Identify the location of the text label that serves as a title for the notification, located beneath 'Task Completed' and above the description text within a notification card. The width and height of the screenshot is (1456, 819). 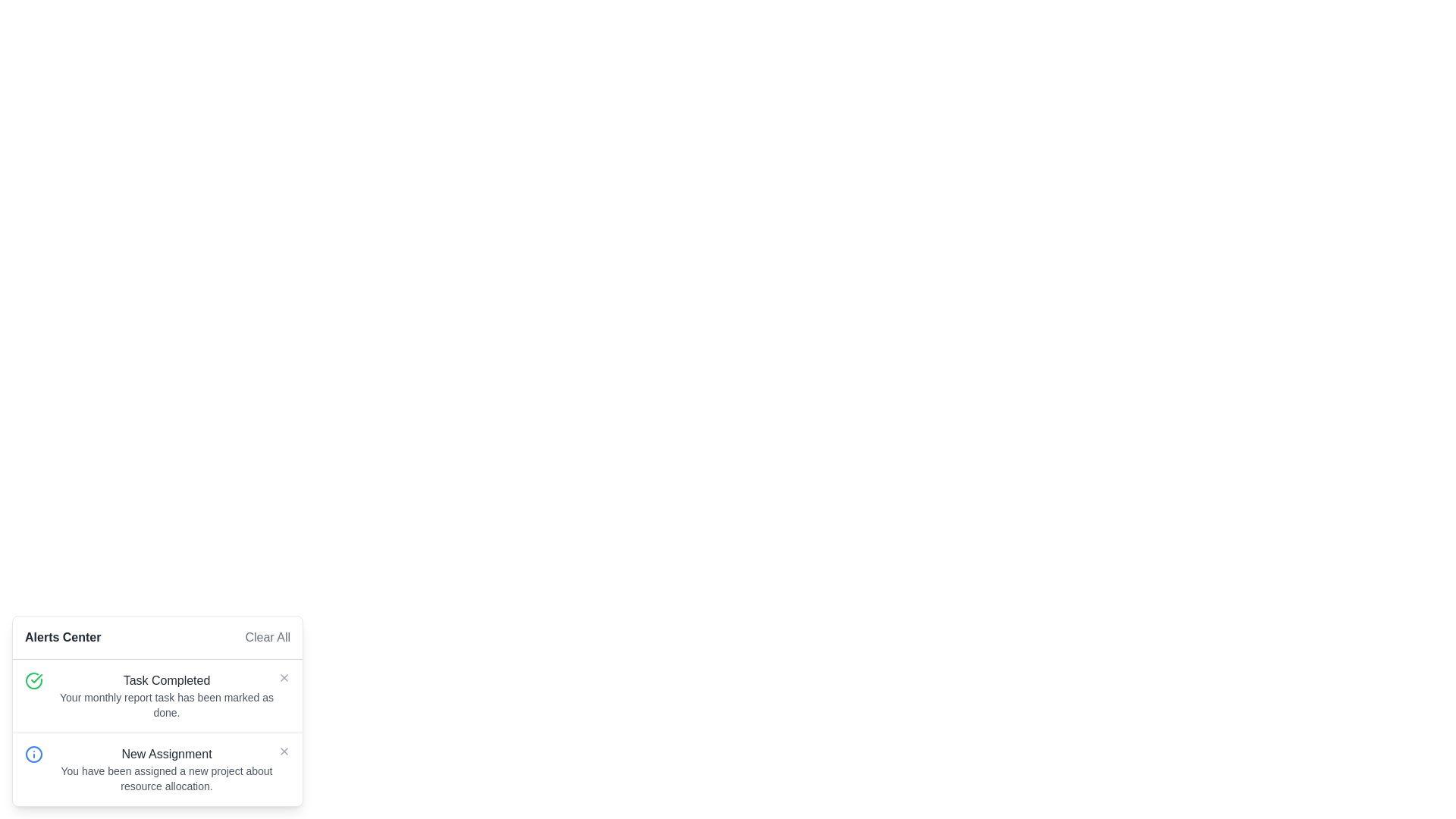
(167, 755).